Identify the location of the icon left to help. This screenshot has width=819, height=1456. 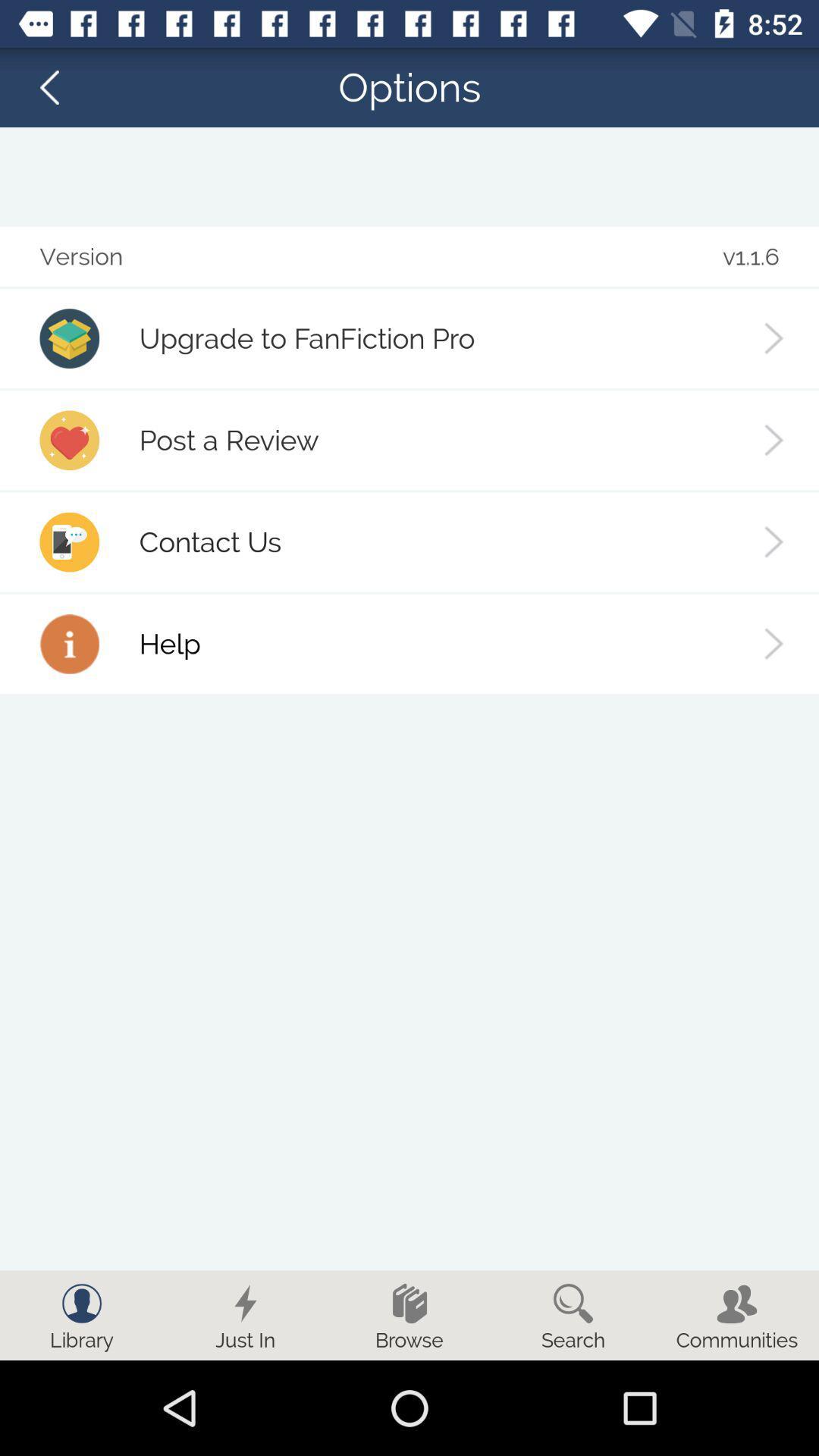
(70, 644).